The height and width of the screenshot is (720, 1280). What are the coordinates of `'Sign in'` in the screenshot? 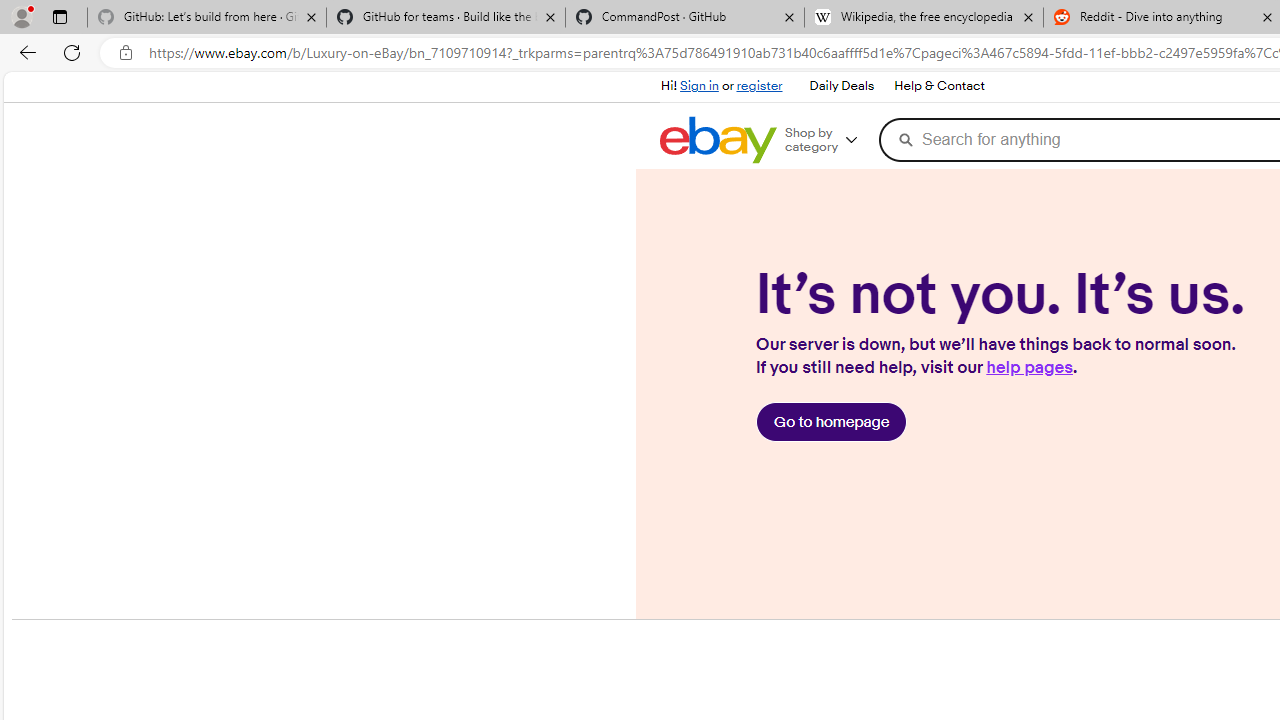 It's located at (699, 85).